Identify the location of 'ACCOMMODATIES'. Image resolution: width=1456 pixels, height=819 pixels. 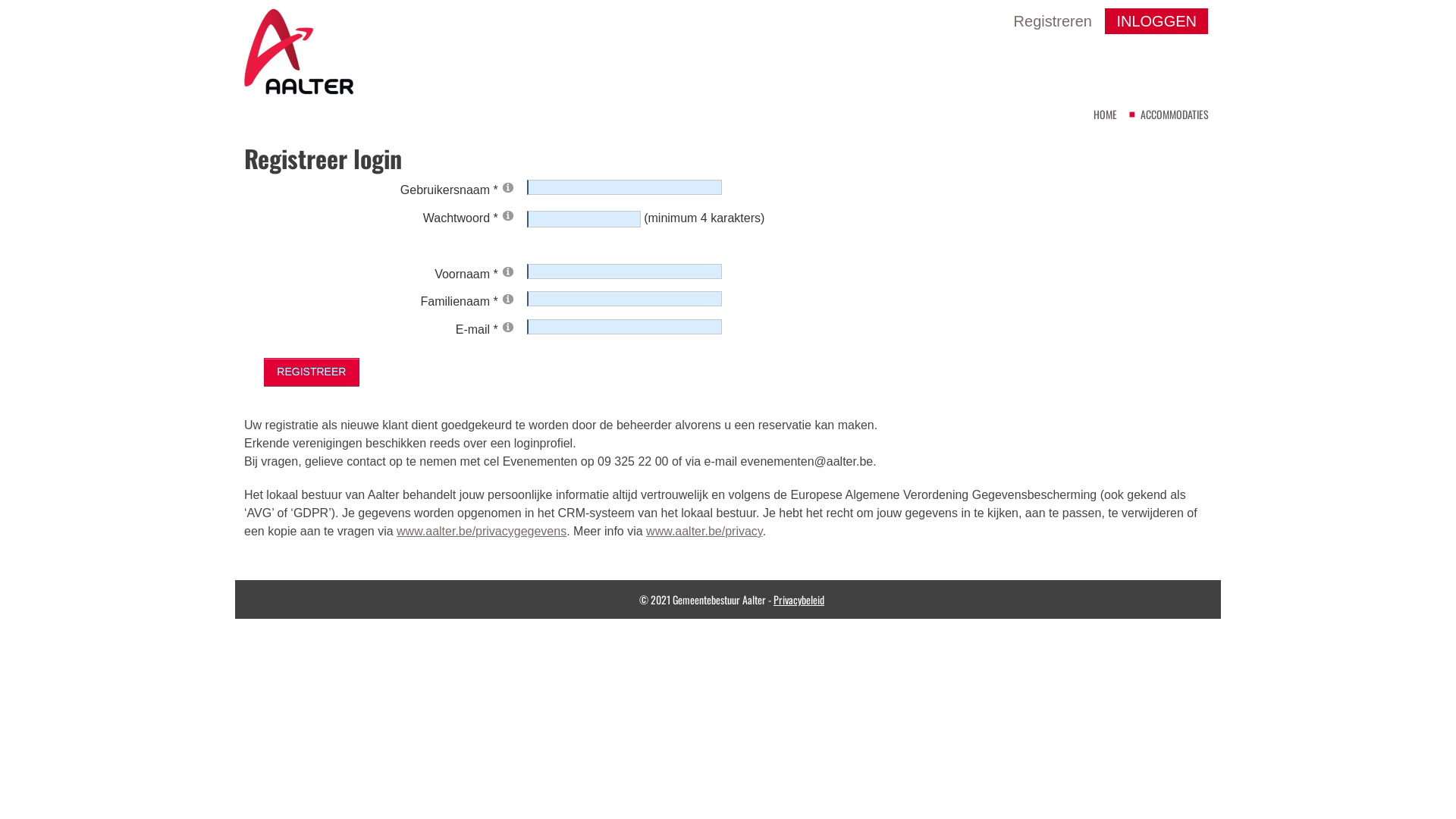
(1174, 113).